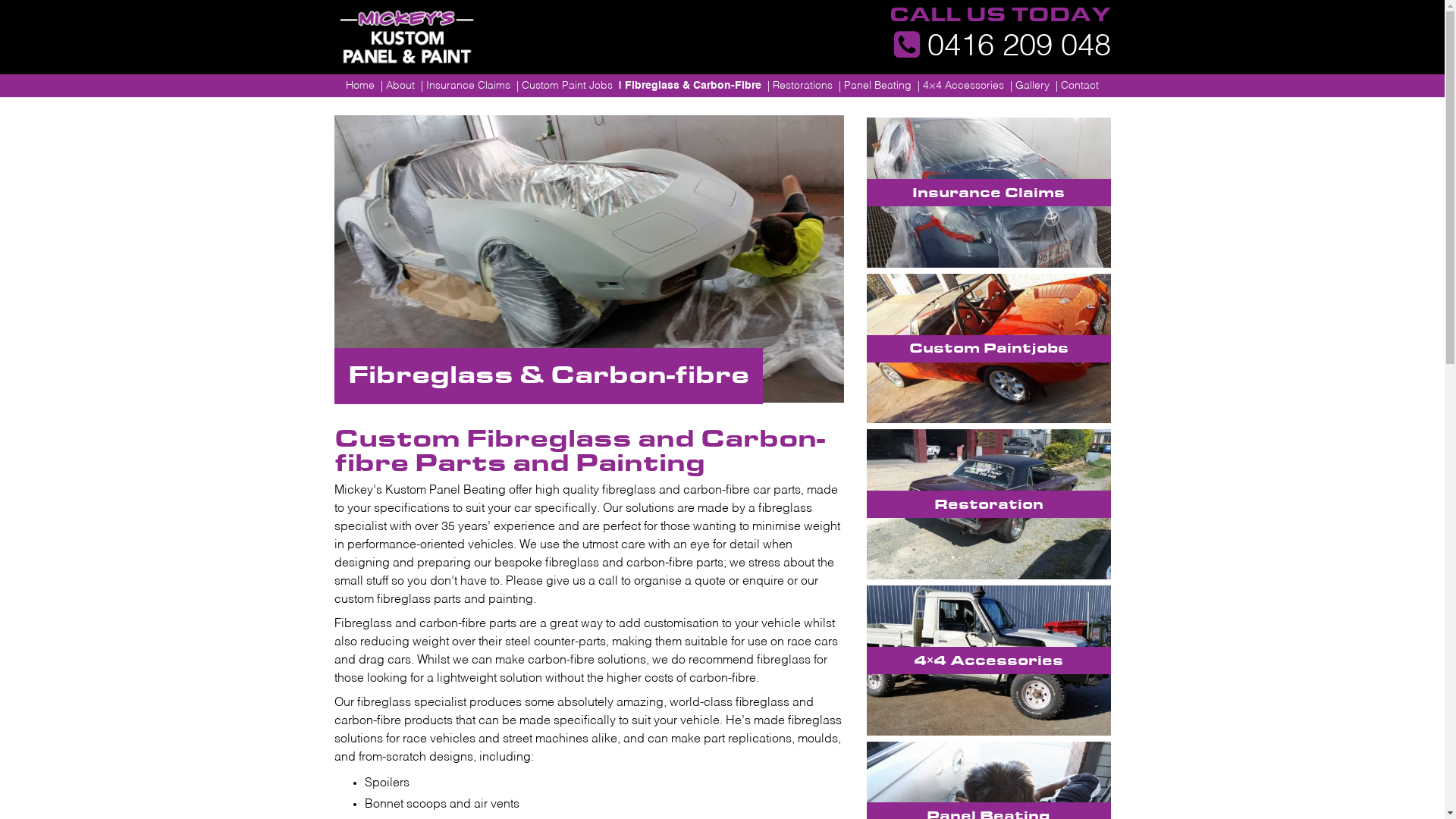 The height and width of the screenshot is (819, 1456). I want to click on 'Home', so click(359, 86).